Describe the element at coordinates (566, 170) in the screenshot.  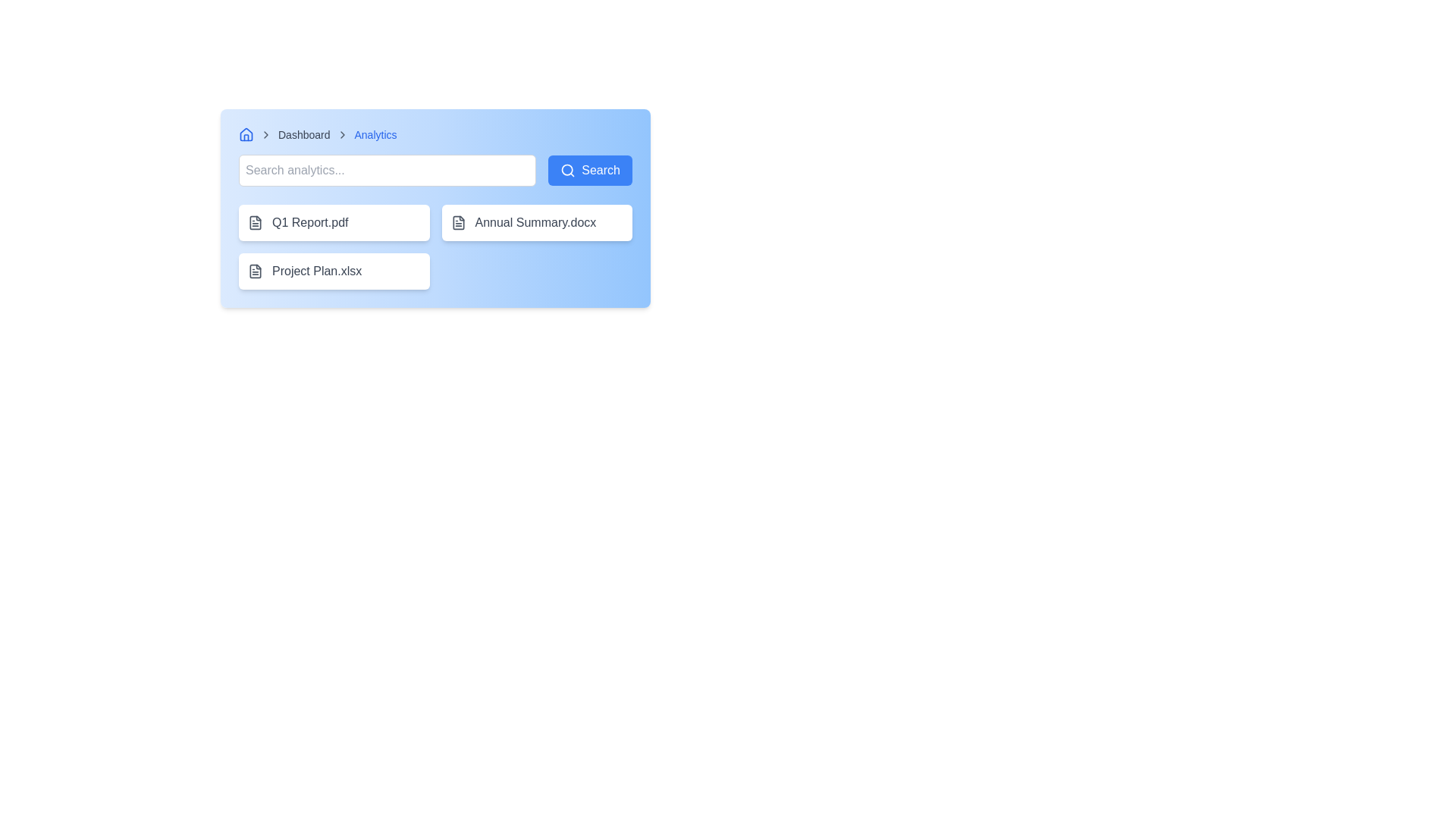
I see `the circular part of the magnifying glass icon representing the search feature located at the top-right corner of the interface` at that location.